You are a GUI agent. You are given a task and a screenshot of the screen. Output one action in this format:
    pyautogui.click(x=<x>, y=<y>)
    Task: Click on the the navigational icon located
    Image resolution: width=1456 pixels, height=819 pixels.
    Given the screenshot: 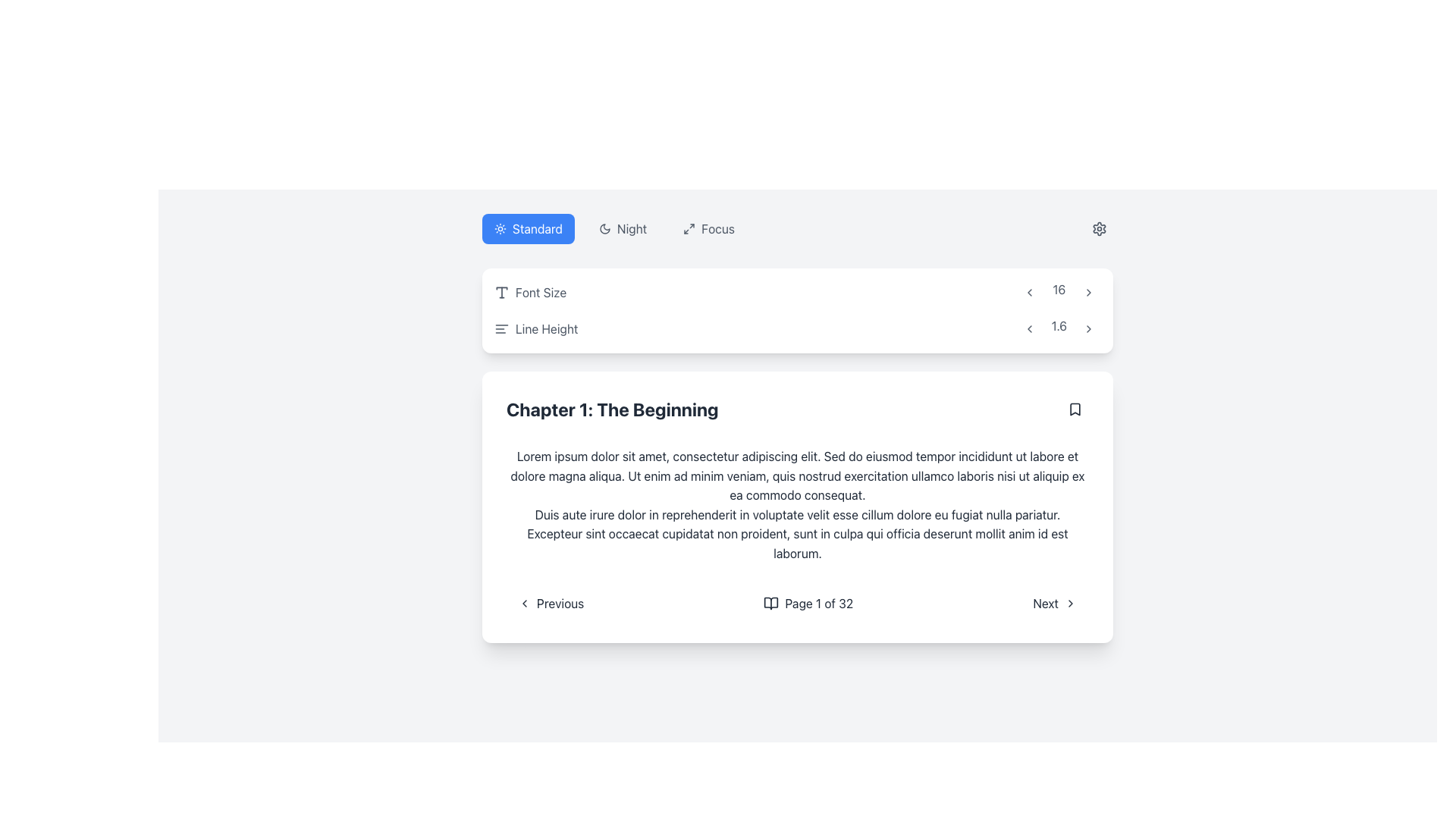 What is the action you would take?
    pyautogui.click(x=524, y=601)
    